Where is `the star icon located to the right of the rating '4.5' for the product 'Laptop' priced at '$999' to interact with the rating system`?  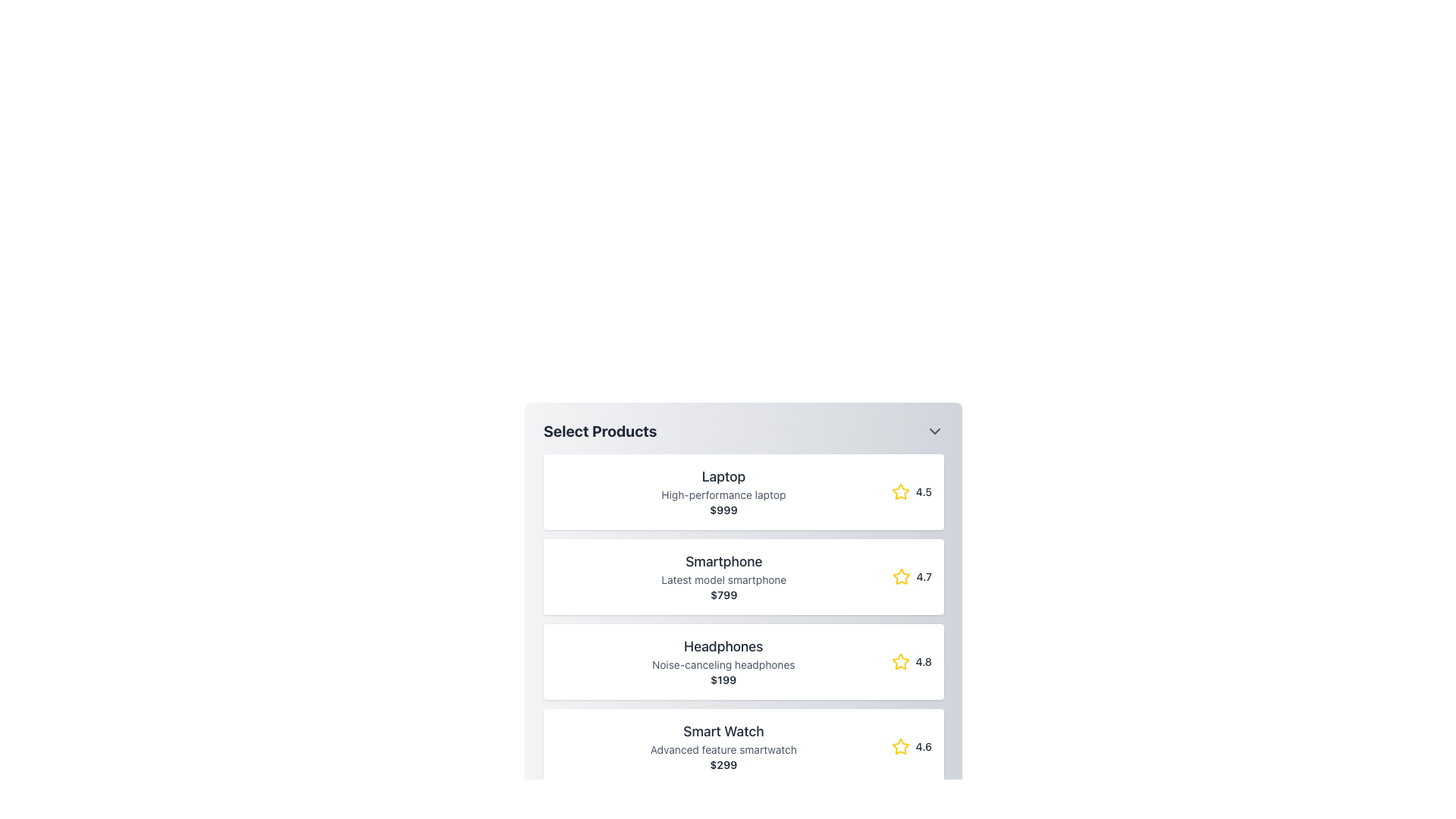
the star icon located to the right of the rating '4.5' for the product 'Laptop' priced at '$999' to interact with the rating system is located at coordinates (900, 491).